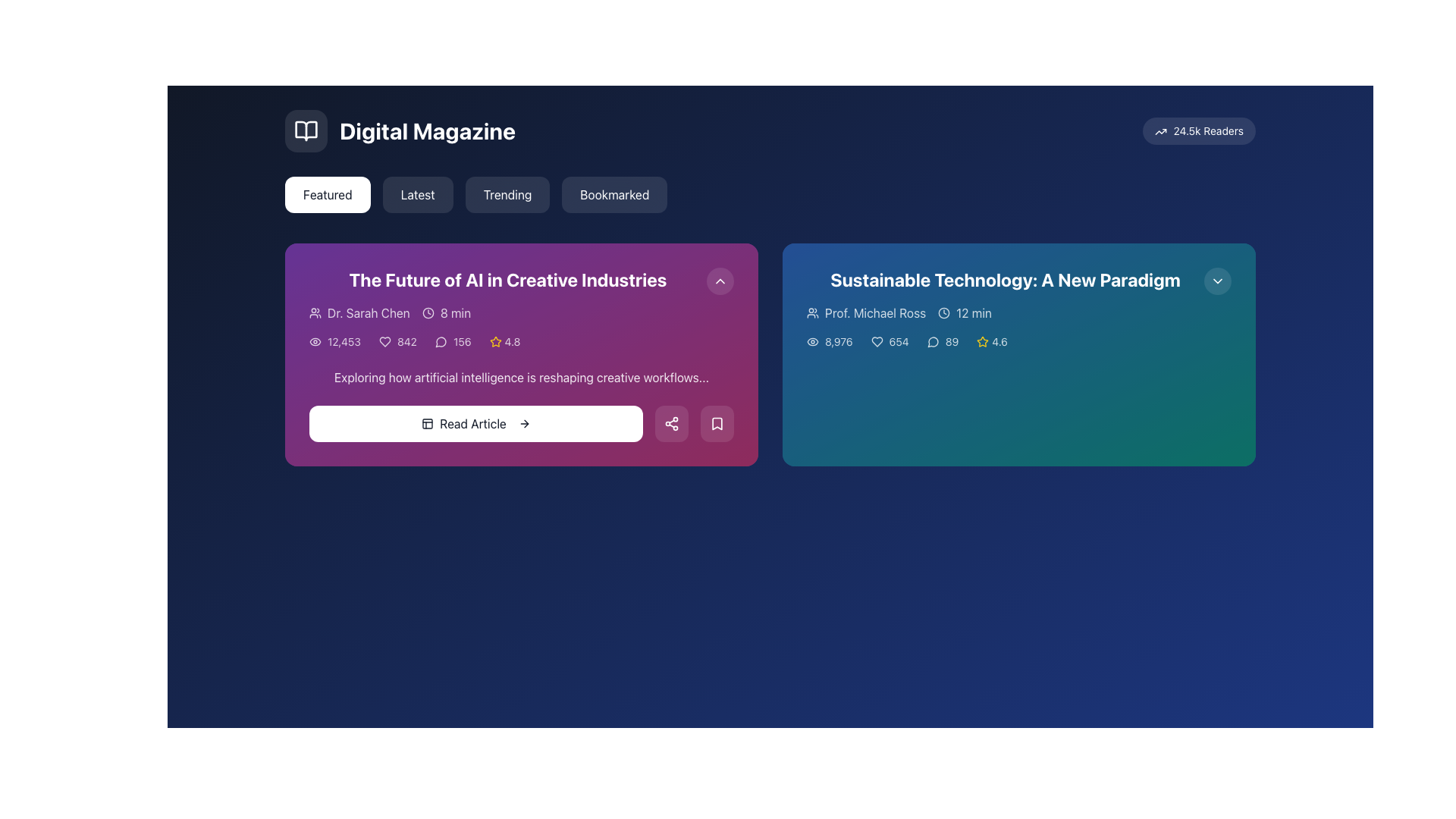 This screenshot has width=1456, height=819. Describe the element at coordinates (1019, 342) in the screenshot. I see `on the information display row containing statistics such as views, likes, comments, and average rating with a yellow star, located in the bottom section of the card labeled 'Sustainable Technology: A New Paradigm'` at that location.